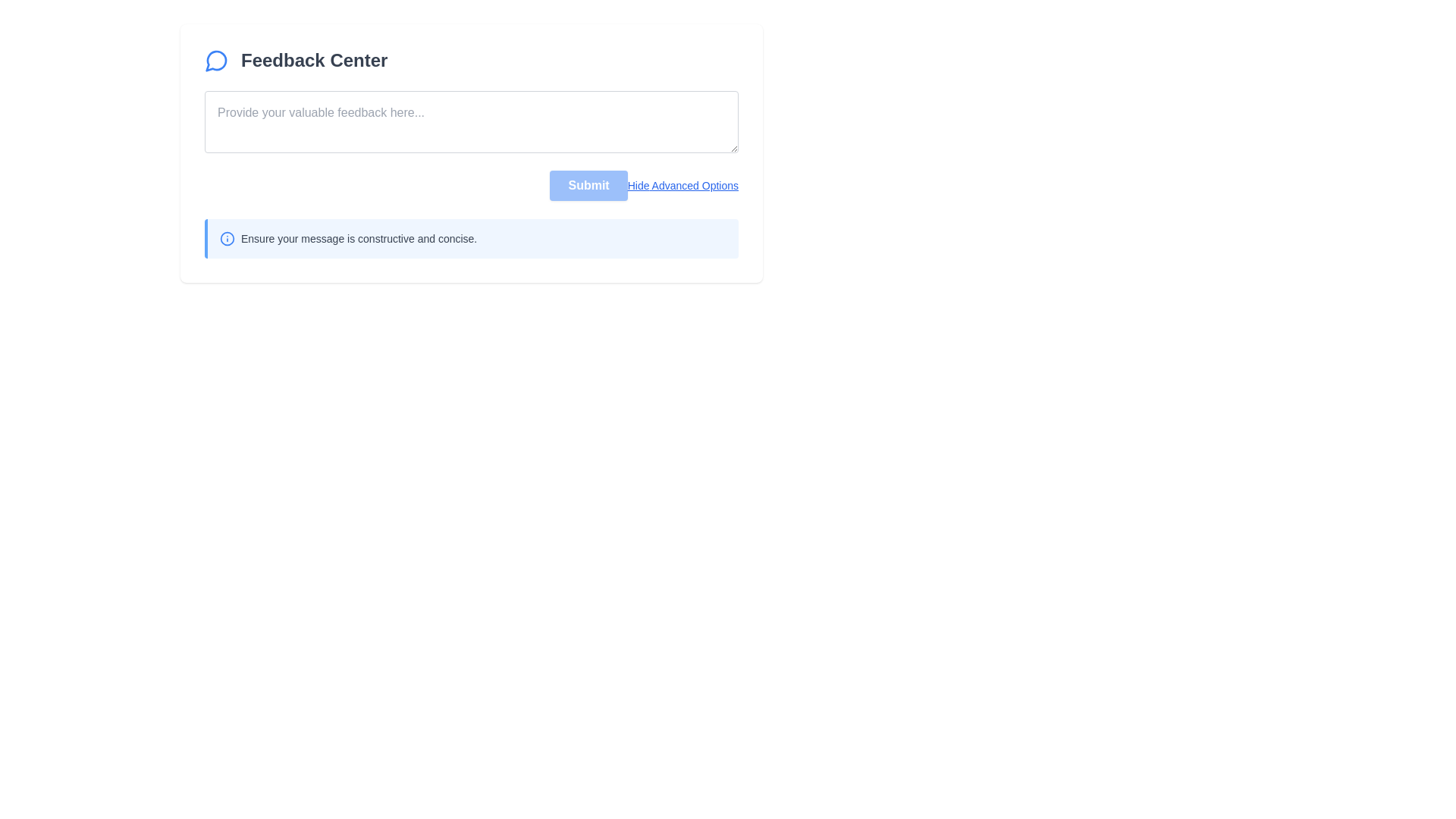  What do you see at coordinates (226, 239) in the screenshot?
I see `the circular shape that visually signifies or highlights an information-related icon, positioned slightly to the left of the text 'Ensure your message is constructive and concise.'` at bounding box center [226, 239].